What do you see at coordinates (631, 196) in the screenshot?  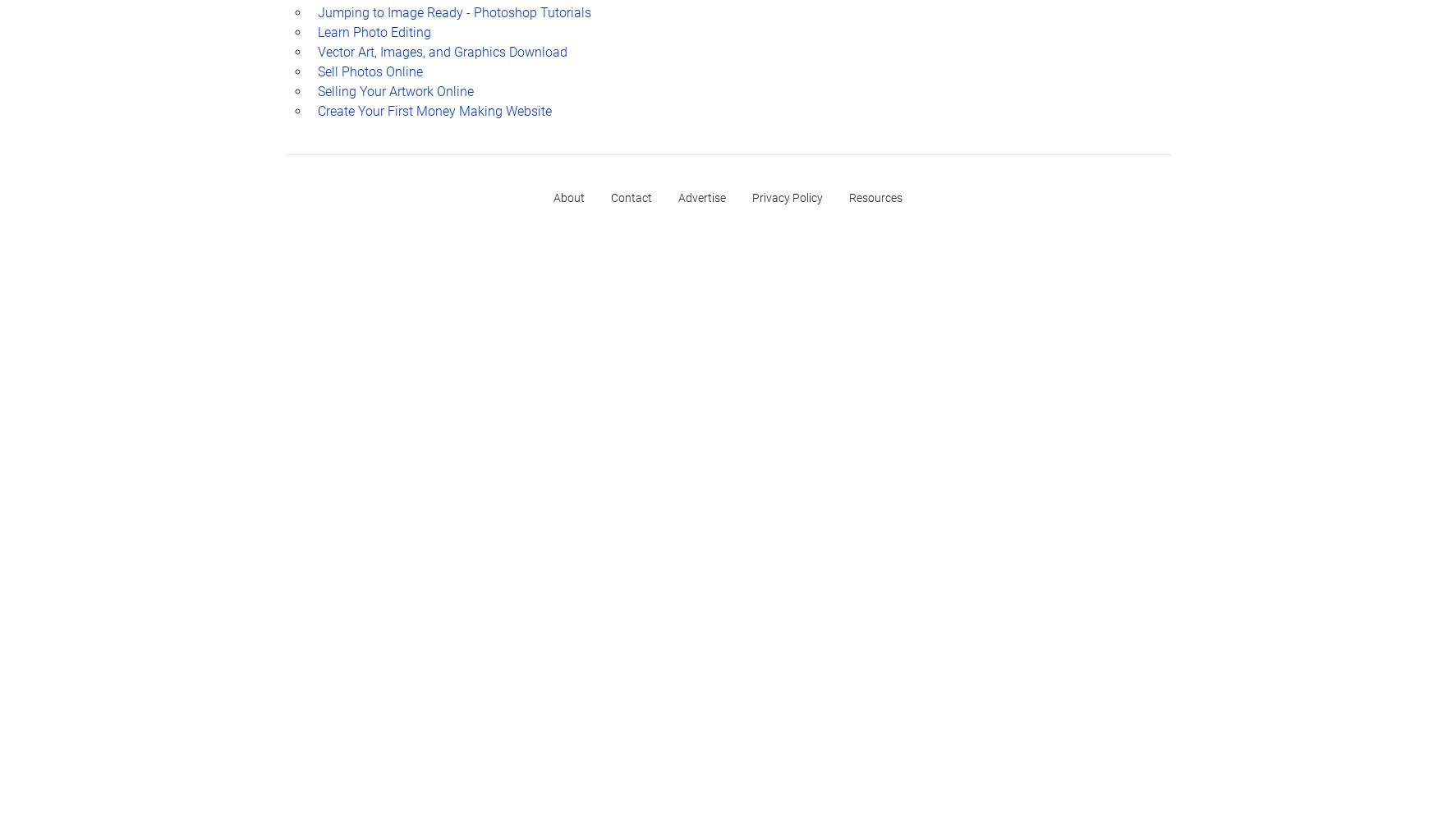 I see `'Contact'` at bounding box center [631, 196].